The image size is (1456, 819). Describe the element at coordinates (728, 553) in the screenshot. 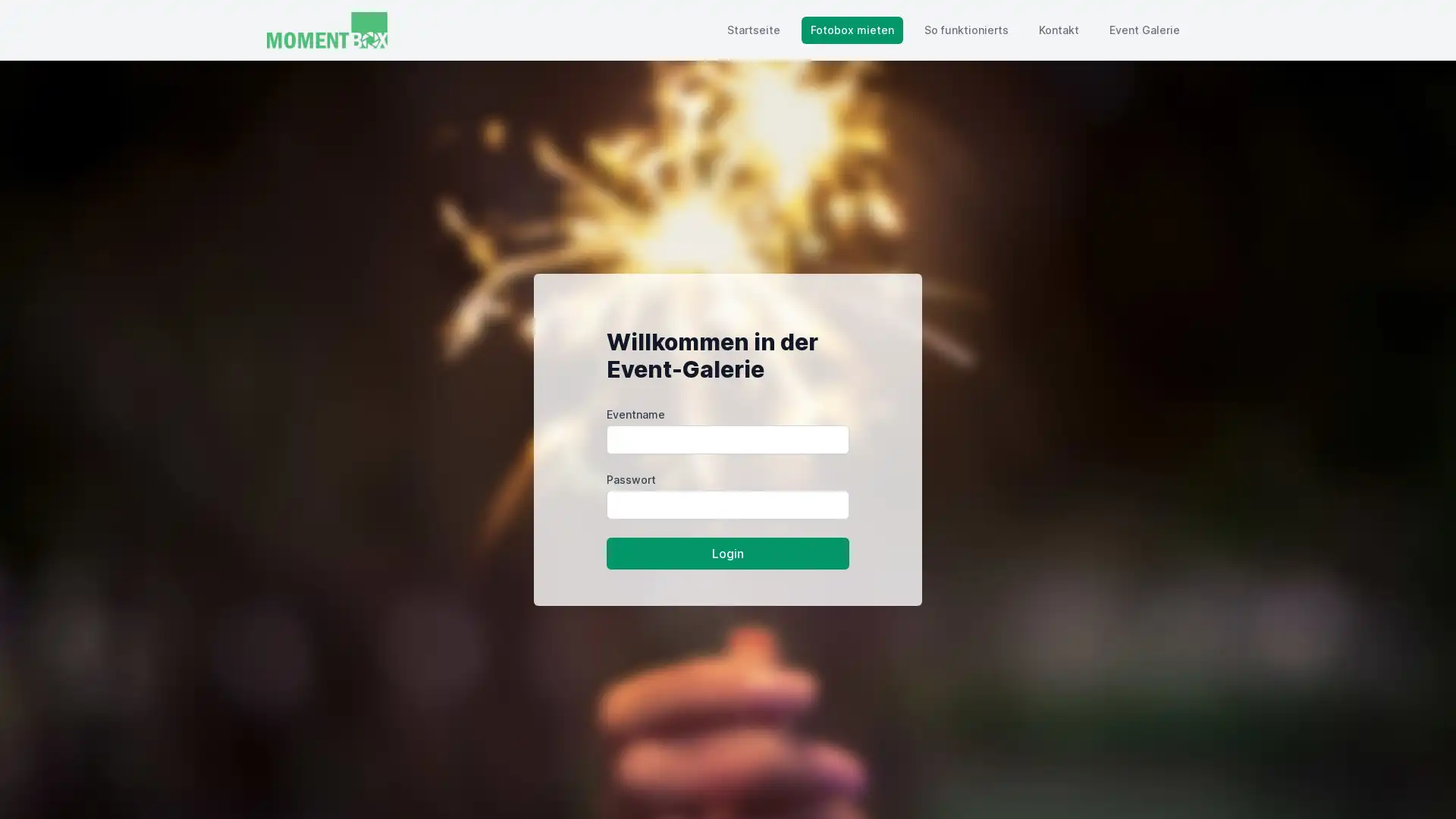

I see `Login` at that location.